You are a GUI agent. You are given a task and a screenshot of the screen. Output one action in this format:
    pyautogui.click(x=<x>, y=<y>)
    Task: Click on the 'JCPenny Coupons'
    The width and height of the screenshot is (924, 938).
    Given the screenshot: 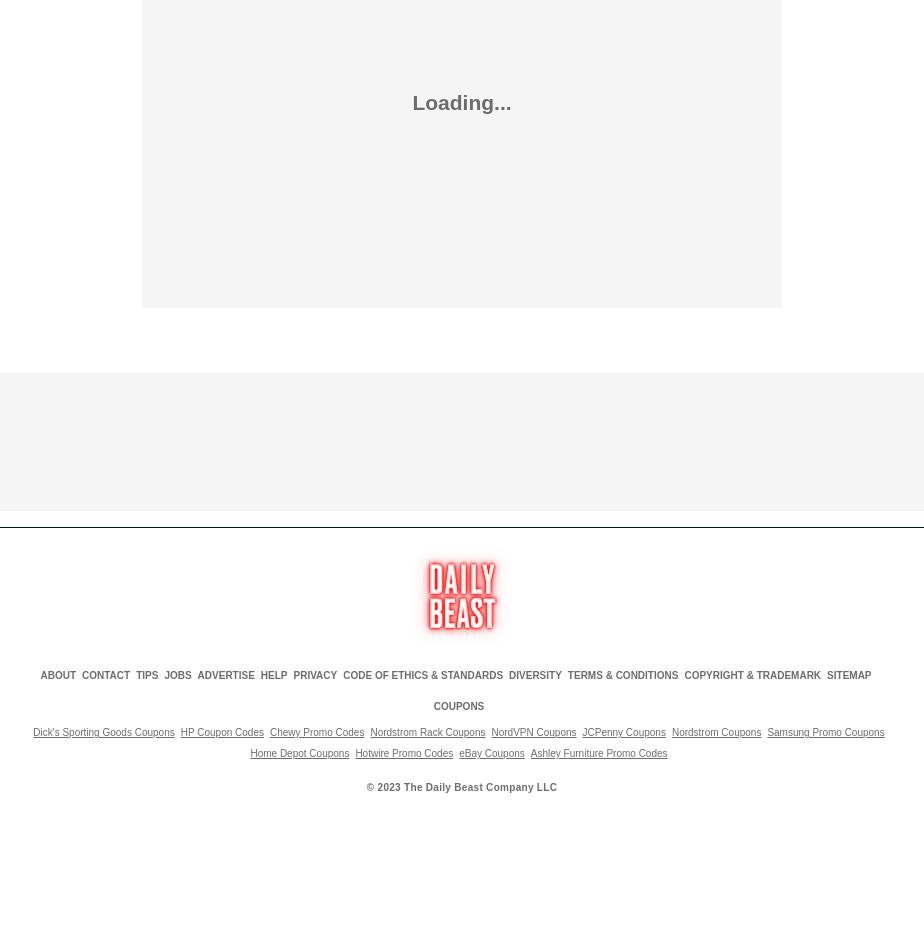 What is the action you would take?
    pyautogui.click(x=623, y=730)
    